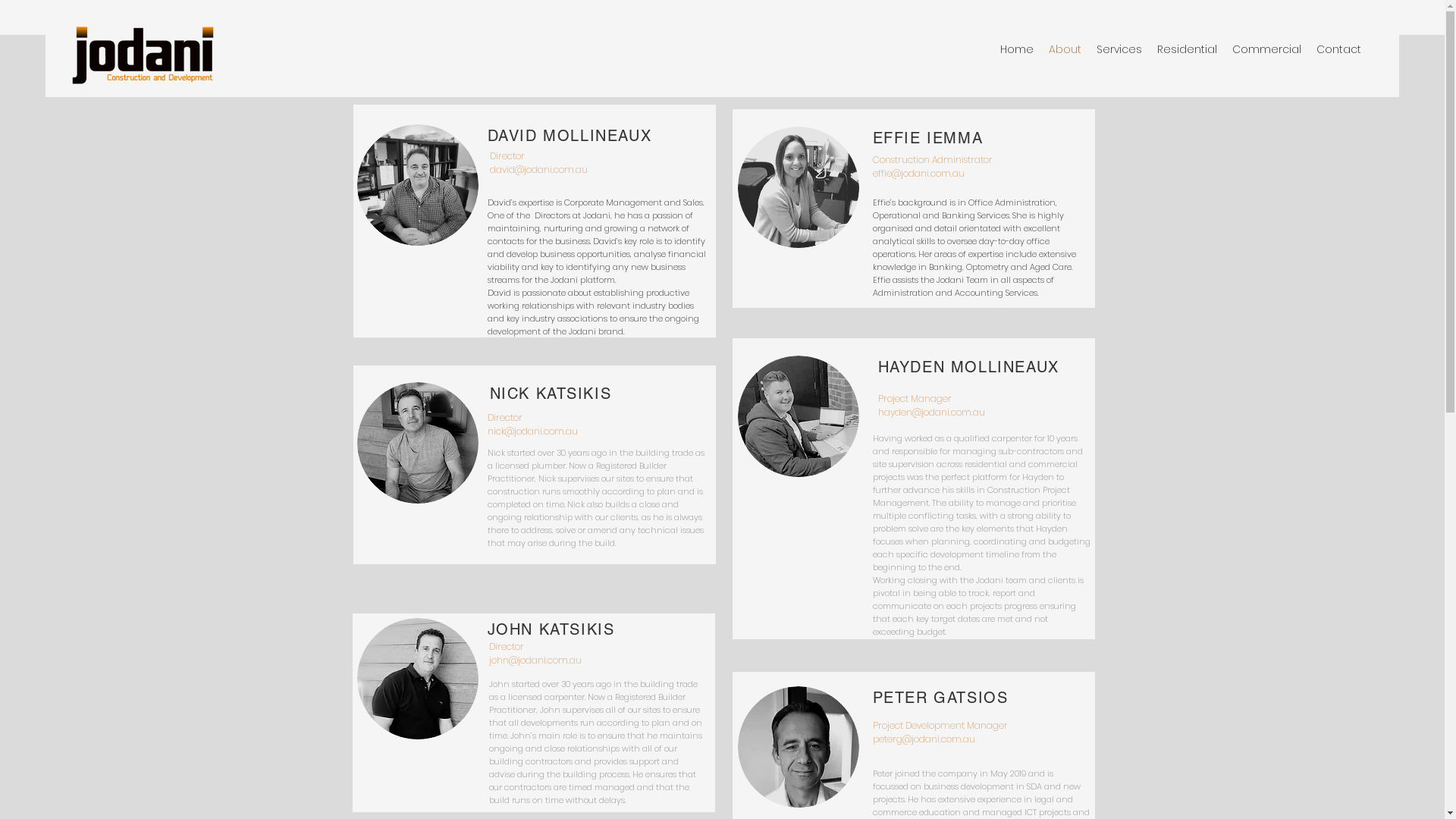 This screenshot has width=1456, height=819. Describe the element at coordinates (1016, 49) in the screenshot. I see `'Home'` at that location.